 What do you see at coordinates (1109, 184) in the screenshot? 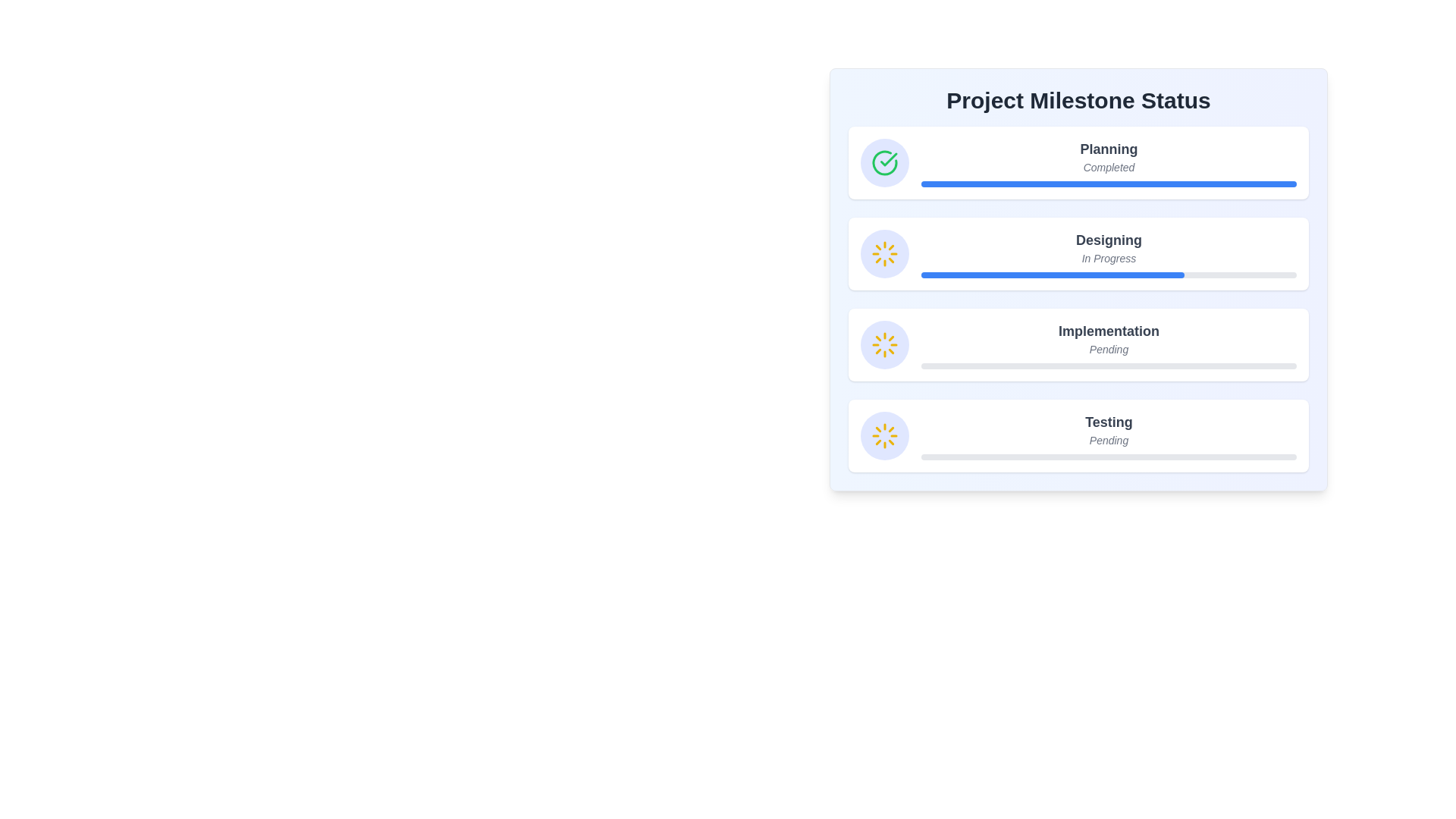
I see `the Progress Bar located beneath the title 'Planning' and the status 'Completed' within the 'Project Milestone Status' box` at bounding box center [1109, 184].